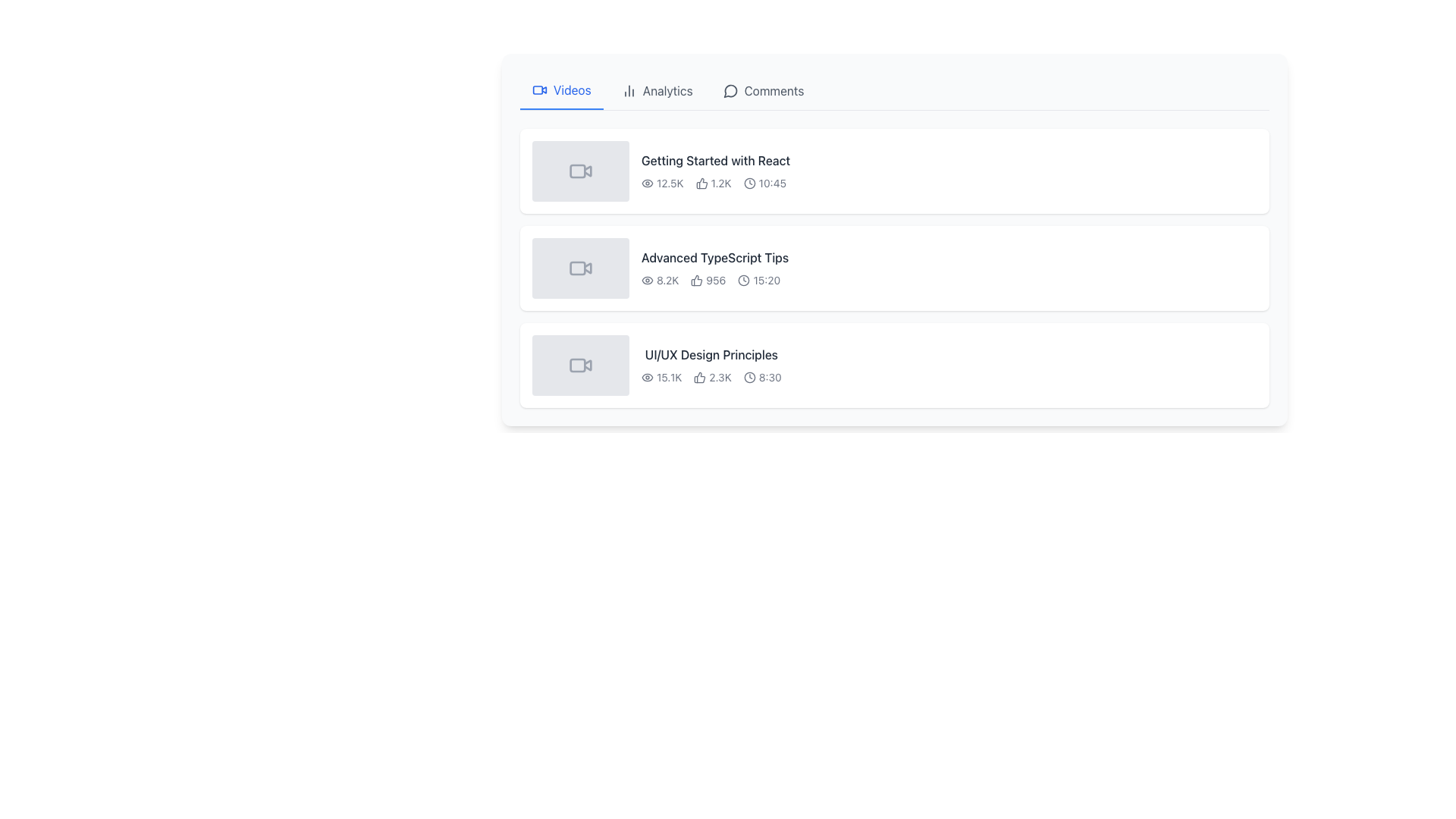 This screenshot has width=1456, height=819. I want to click on the view count or like count in the List Item for 'UI/UX Design Principles' to see details, so click(657, 366).